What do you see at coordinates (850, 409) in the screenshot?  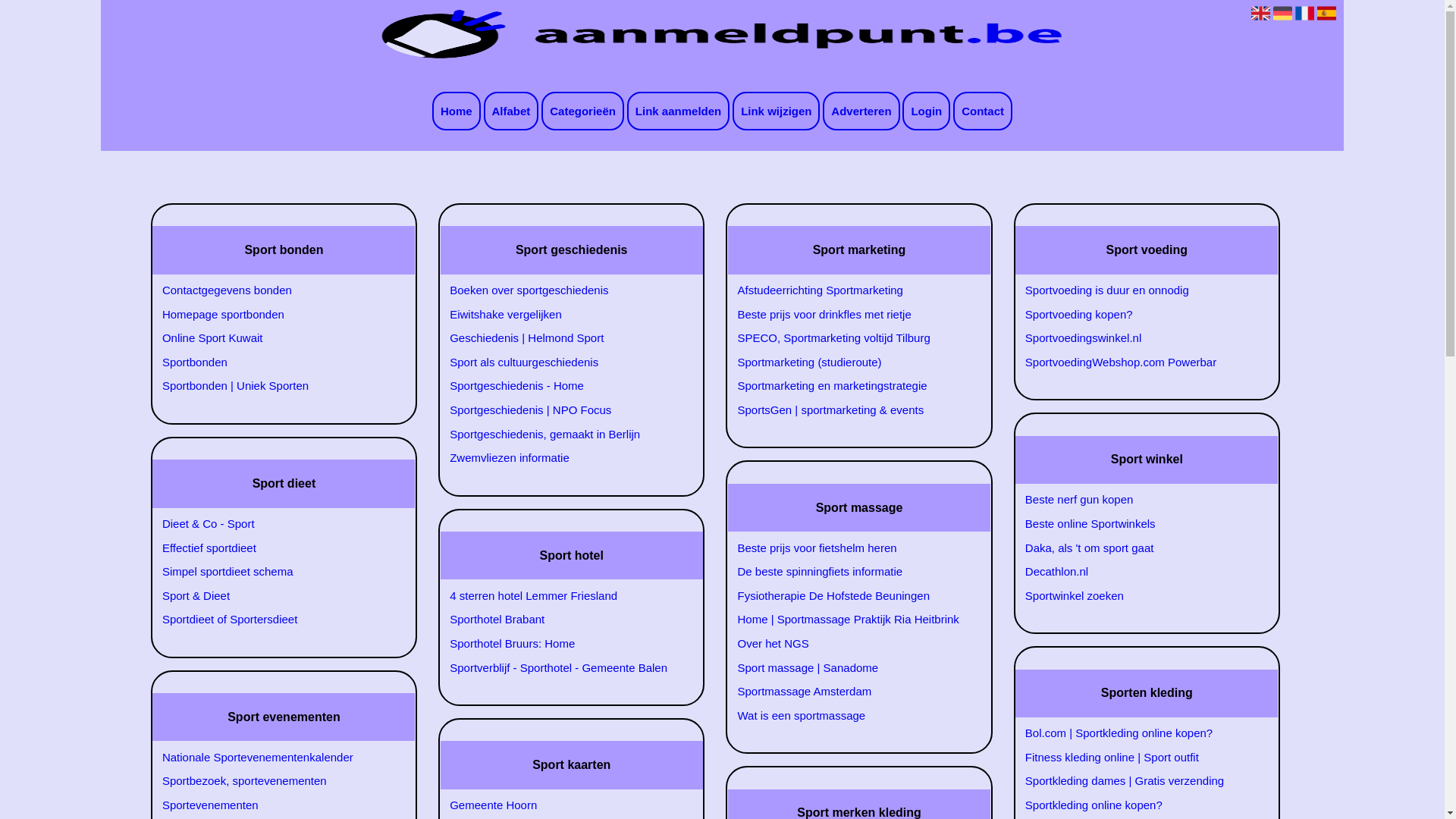 I see `'SportsGen | sportmarketing & events'` at bounding box center [850, 409].